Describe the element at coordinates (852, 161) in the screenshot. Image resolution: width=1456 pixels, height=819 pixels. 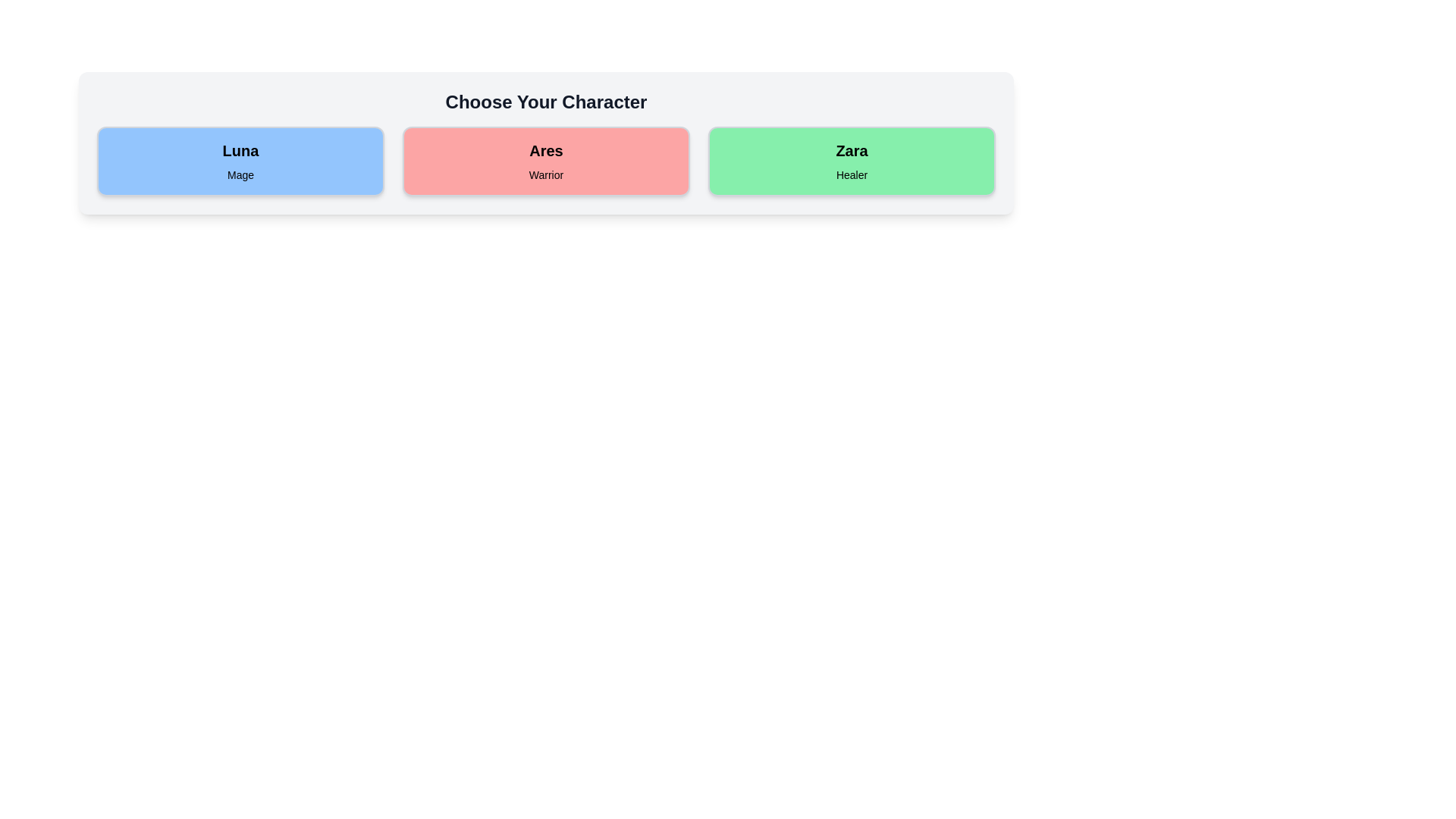
I see `the character card for Zara` at that location.